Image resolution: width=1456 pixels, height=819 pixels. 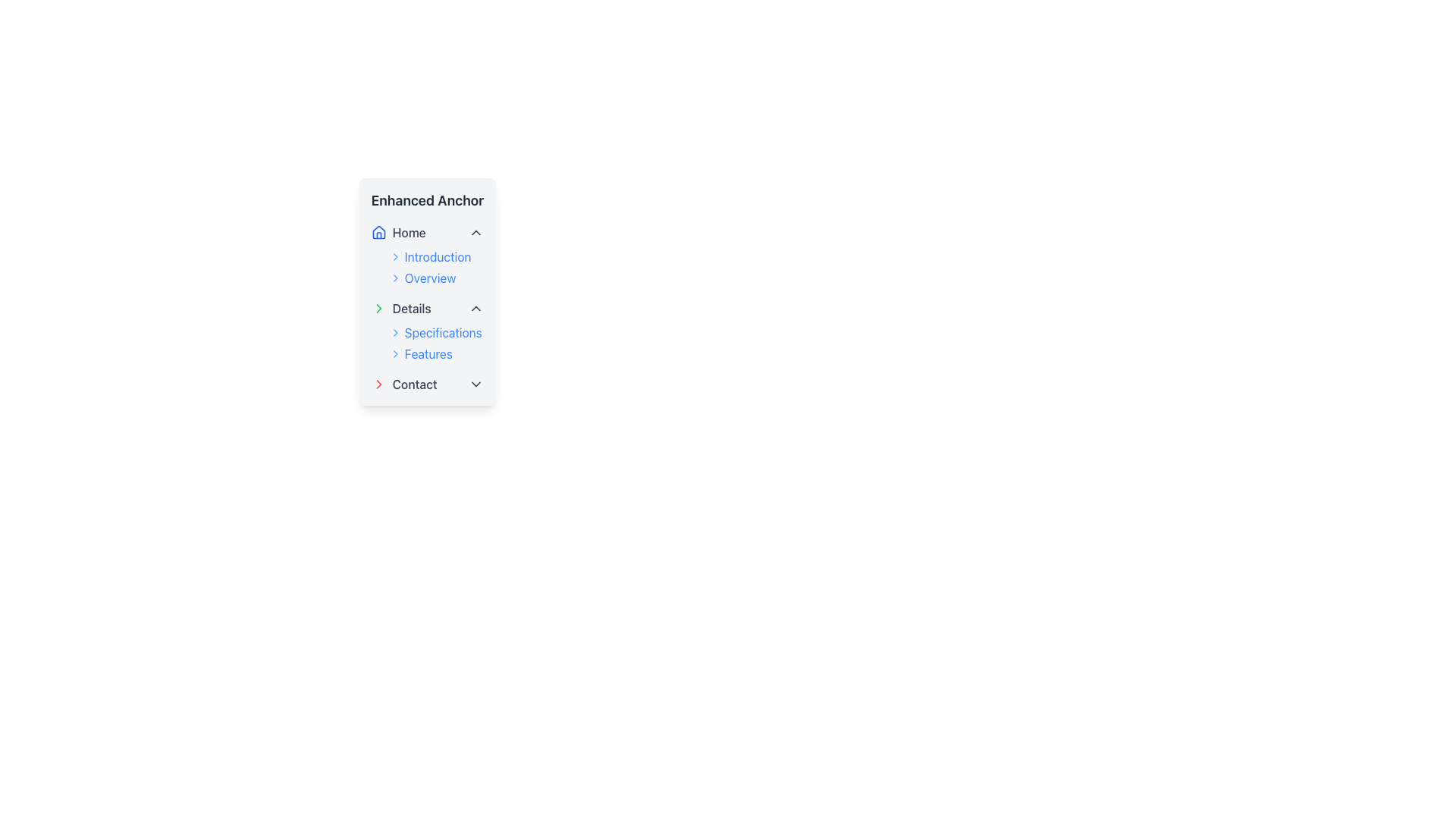 What do you see at coordinates (378, 308) in the screenshot?
I see `the toggle icon located to the left of the 'Details' text` at bounding box center [378, 308].